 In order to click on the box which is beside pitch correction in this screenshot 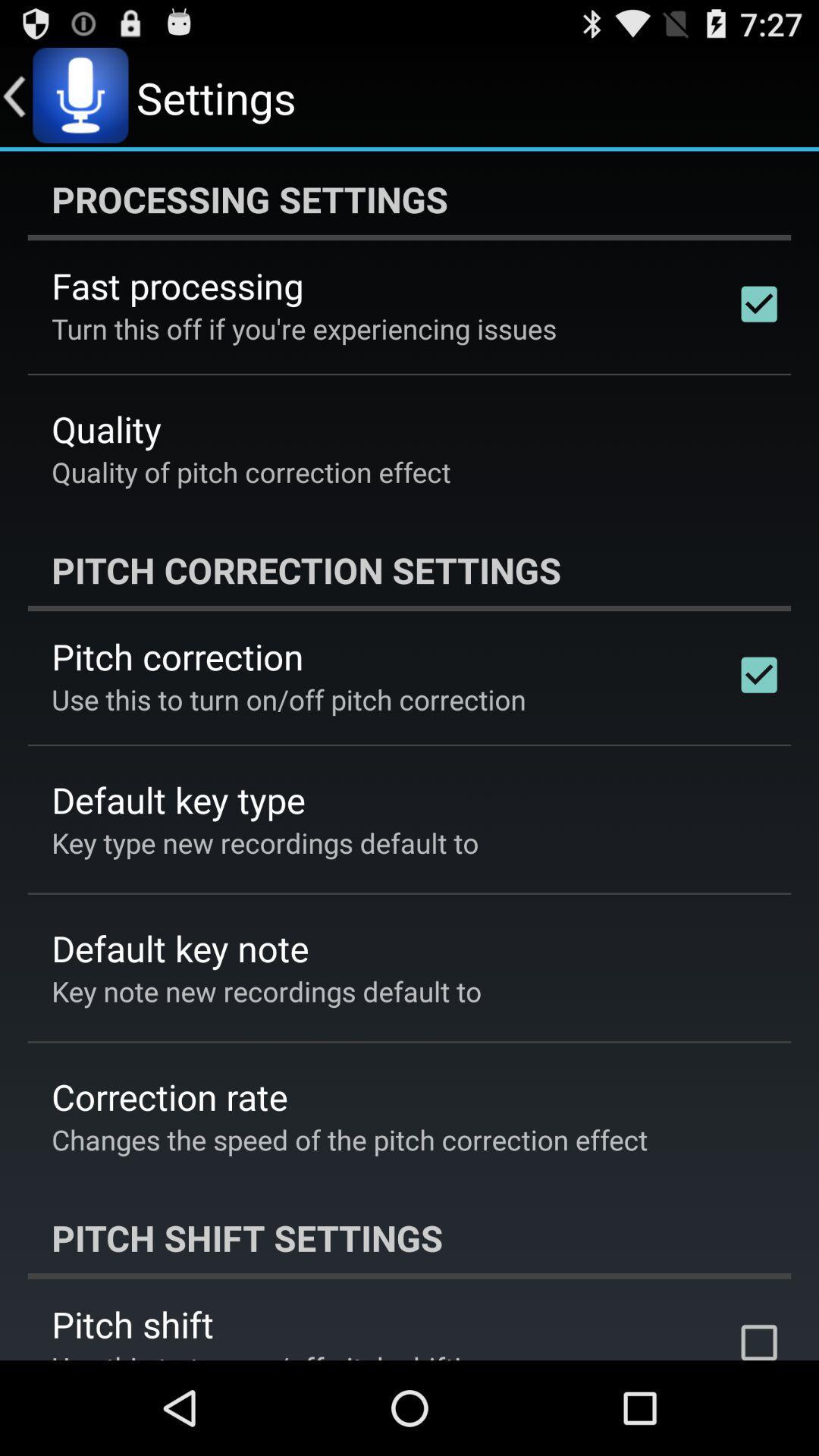, I will do `click(759, 673)`.